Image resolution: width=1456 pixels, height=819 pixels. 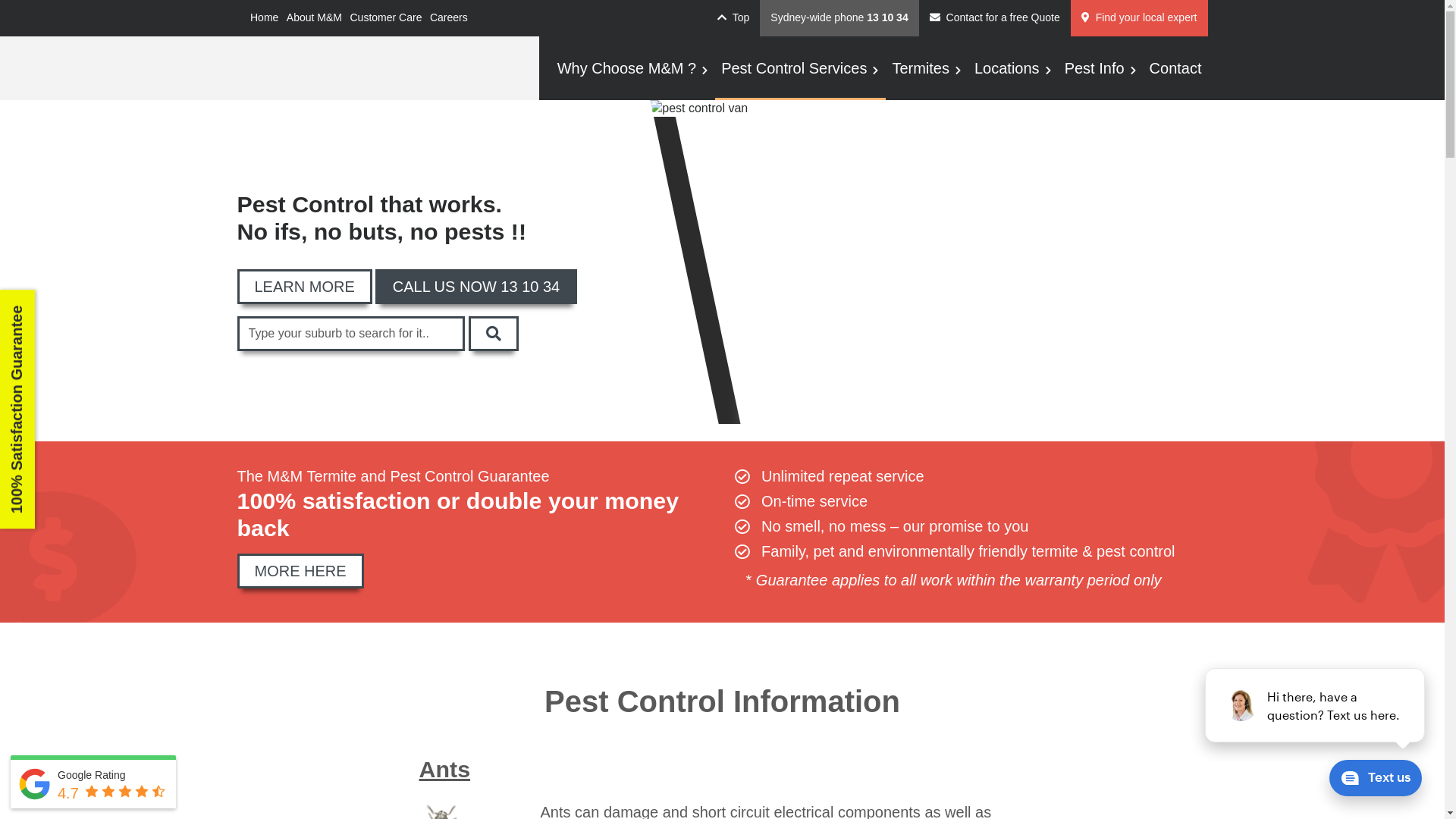 I want to click on 'Careers', so click(x=447, y=17).